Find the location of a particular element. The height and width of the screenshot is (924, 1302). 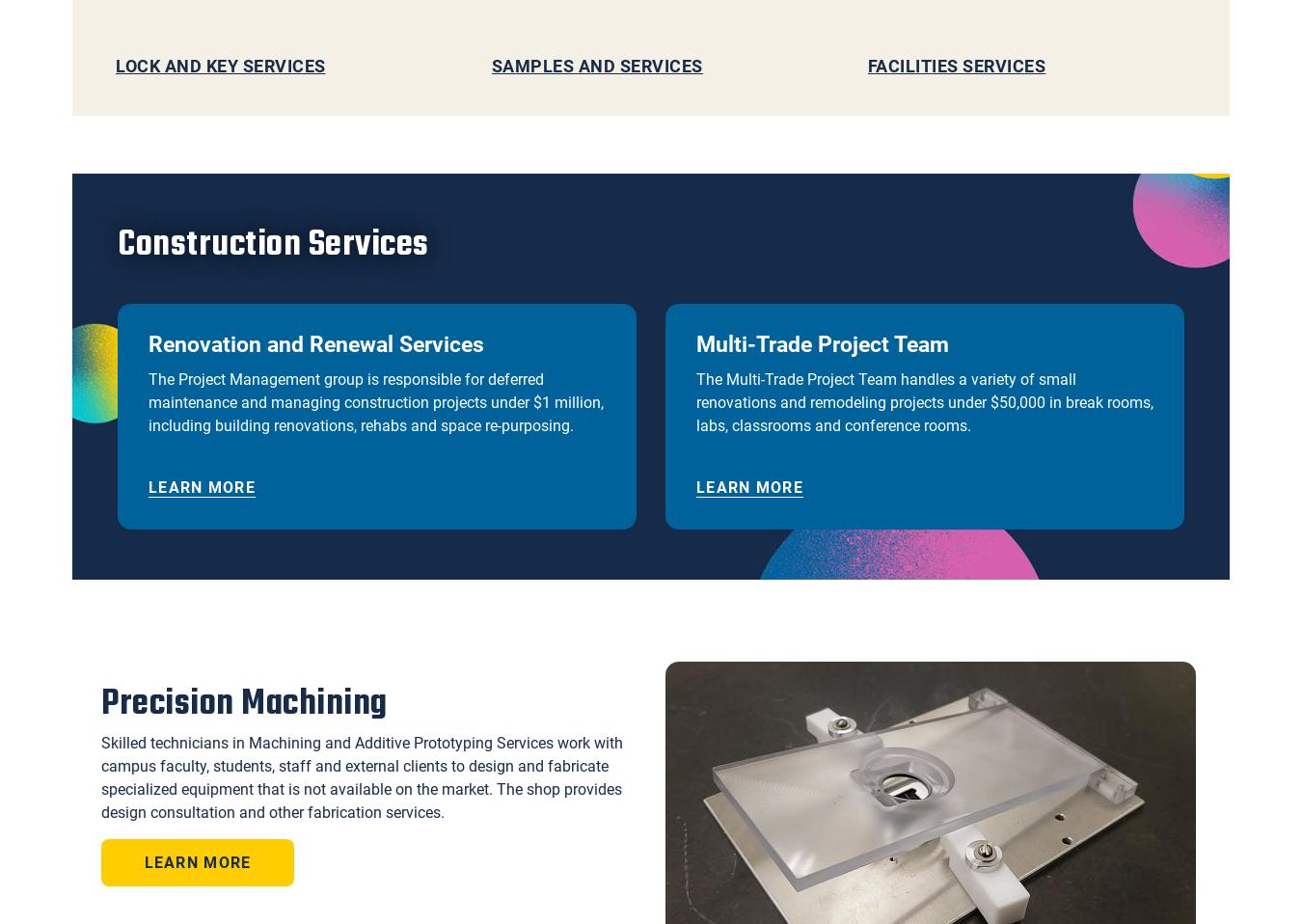

'Renovation and Renewal Services' is located at coordinates (149, 343).